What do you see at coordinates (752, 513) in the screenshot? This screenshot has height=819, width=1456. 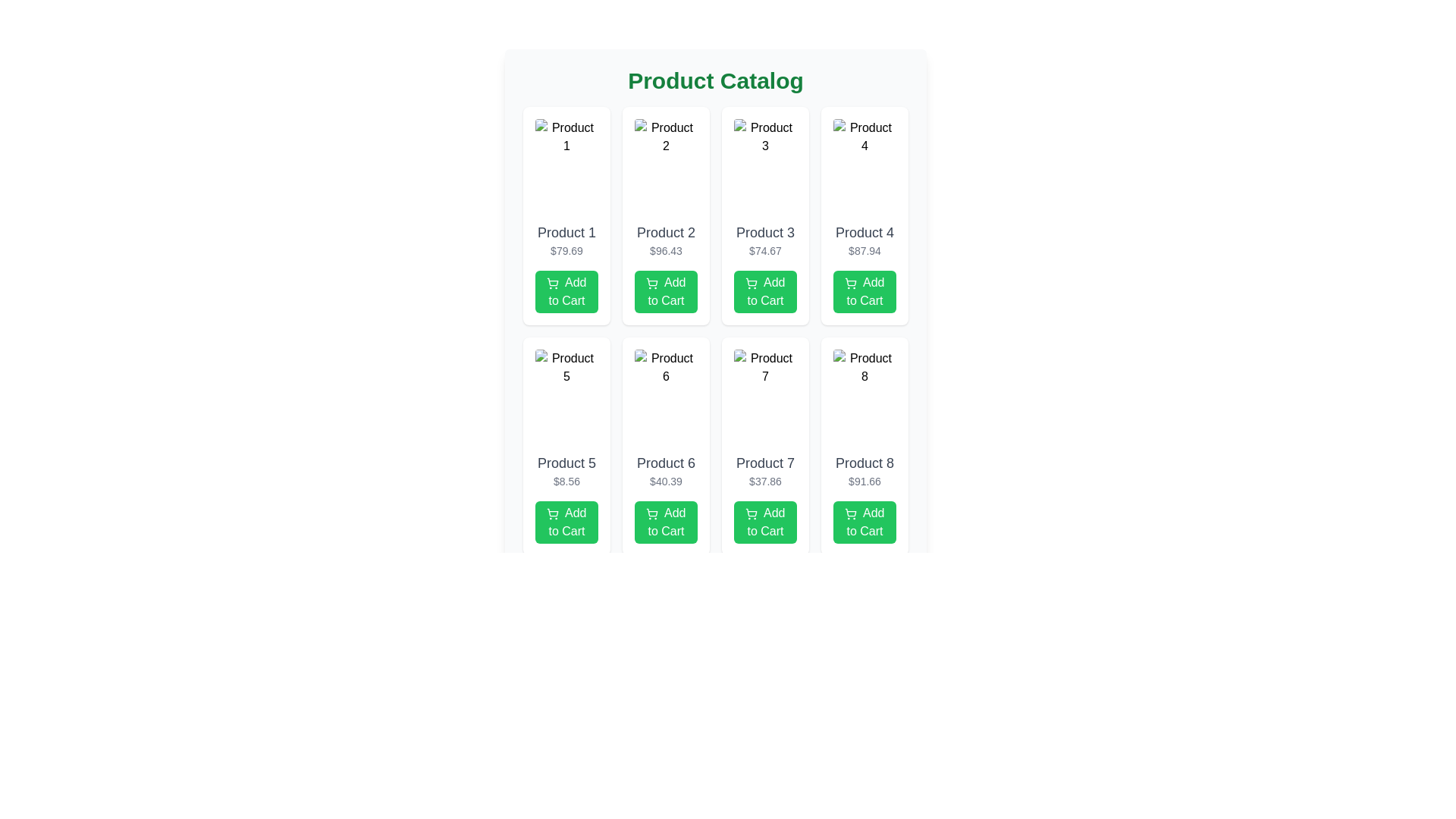 I see `the shopping cart icon located within the 'Add to Cart' button under 'Product 7' in the product listing grid` at bounding box center [752, 513].